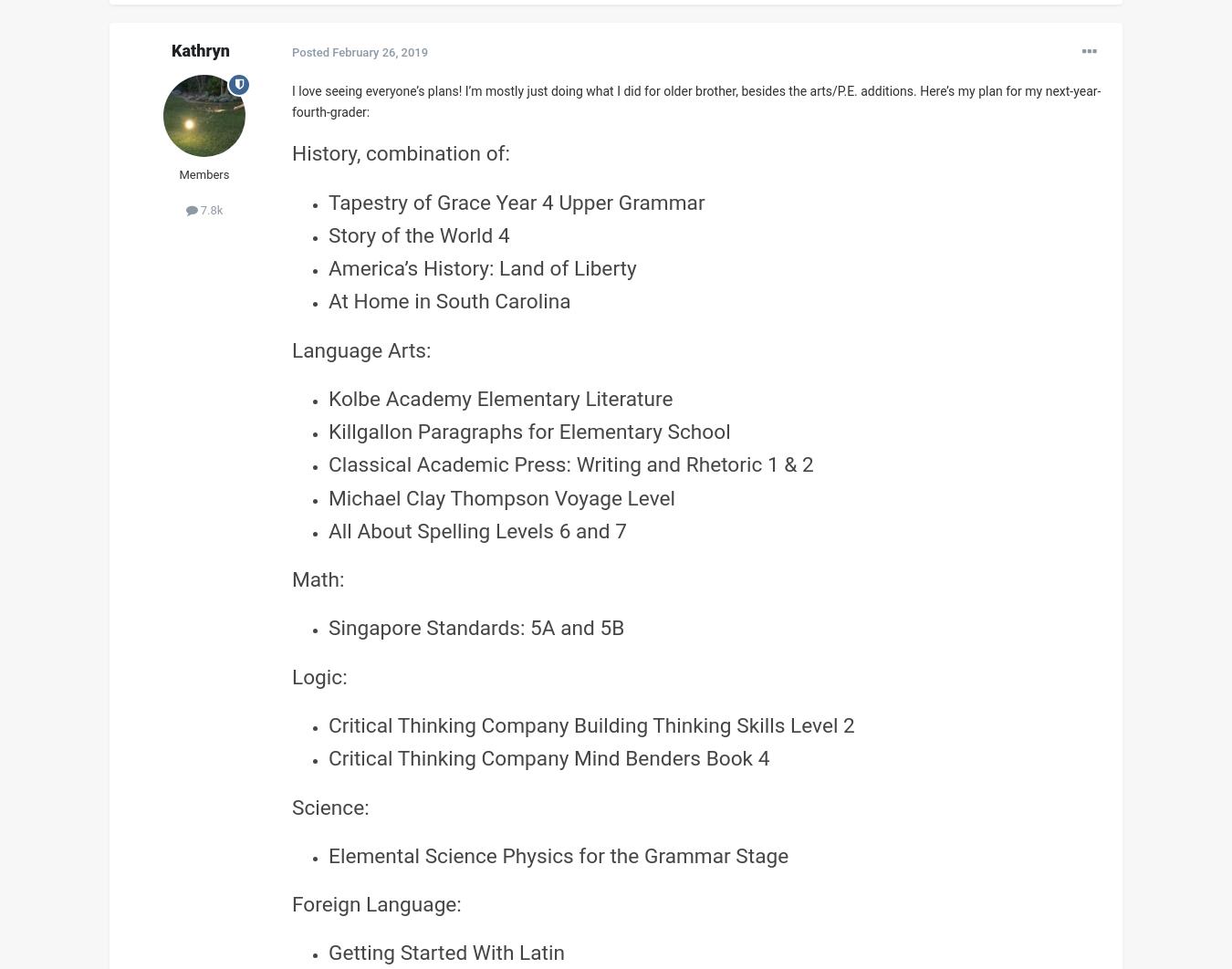  Describe the element at coordinates (448, 300) in the screenshot. I see `'At Home in South Carolina'` at that location.